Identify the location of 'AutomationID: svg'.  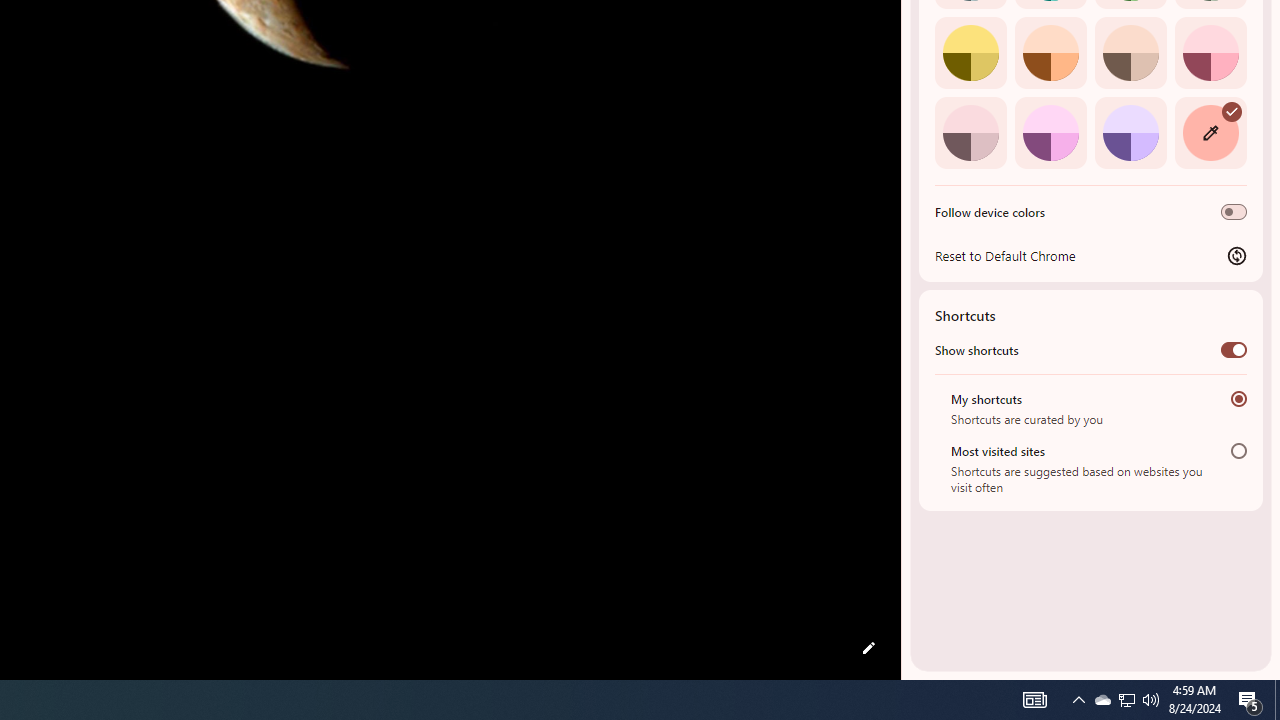
(1231, 111).